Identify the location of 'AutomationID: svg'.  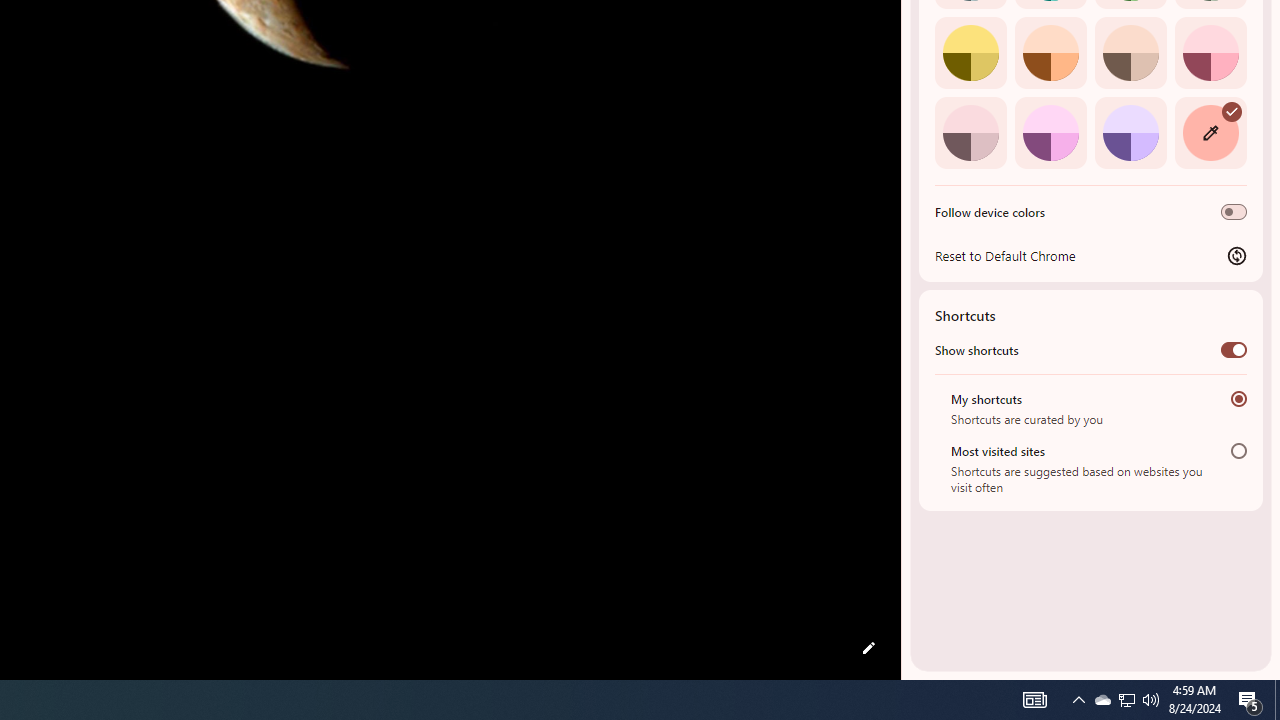
(1231, 111).